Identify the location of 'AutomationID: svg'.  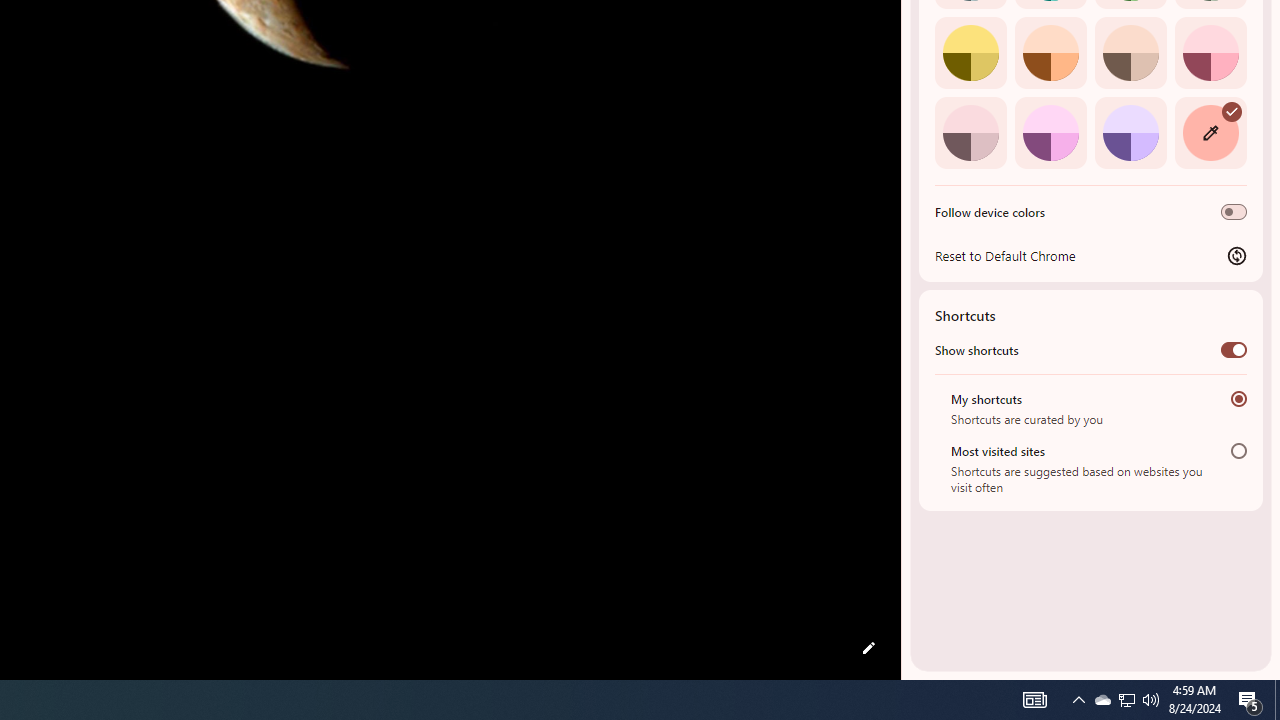
(1231, 111).